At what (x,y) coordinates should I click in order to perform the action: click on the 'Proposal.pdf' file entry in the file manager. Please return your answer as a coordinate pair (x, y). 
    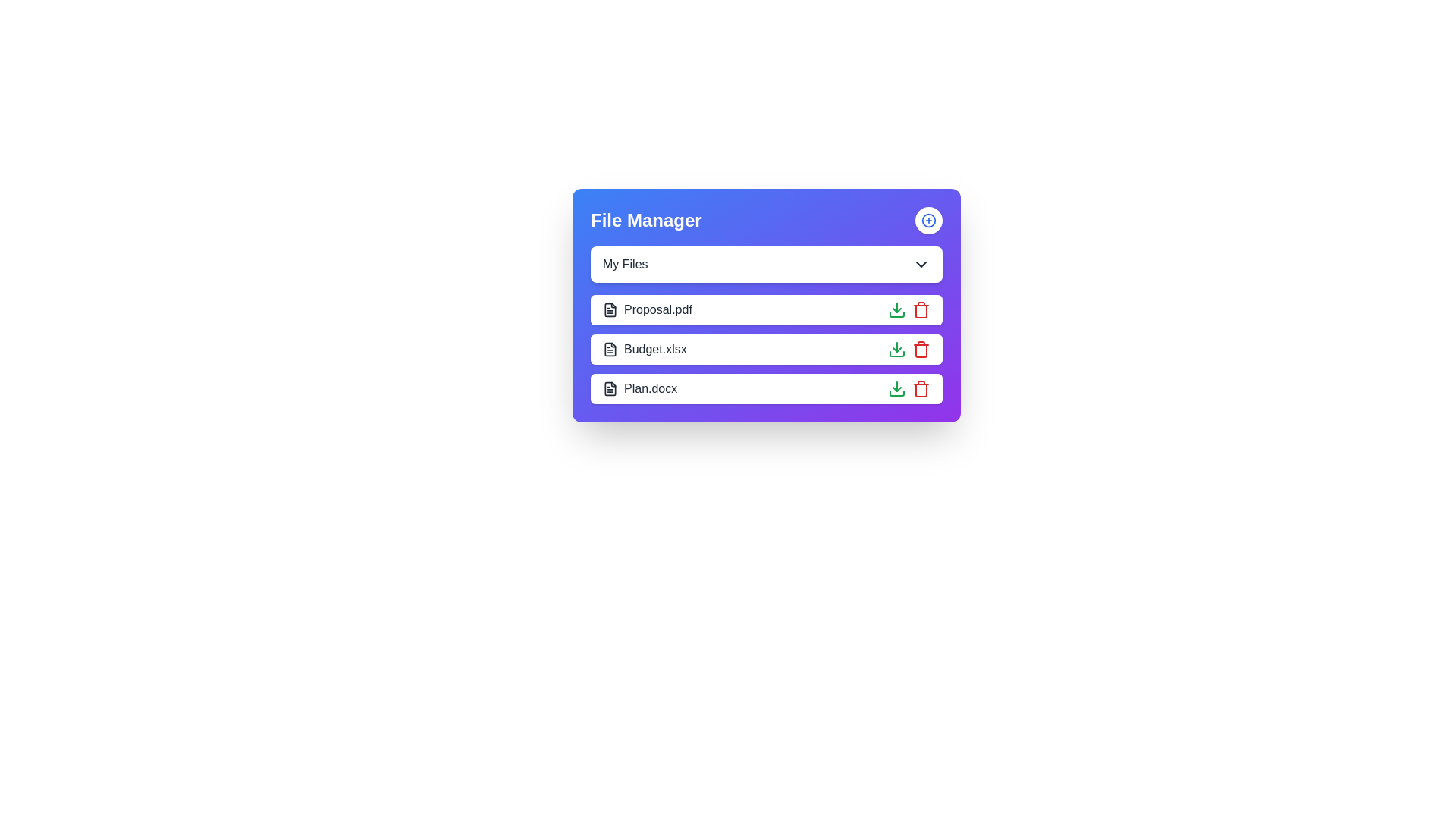
    Looking at the image, I should click on (767, 305).